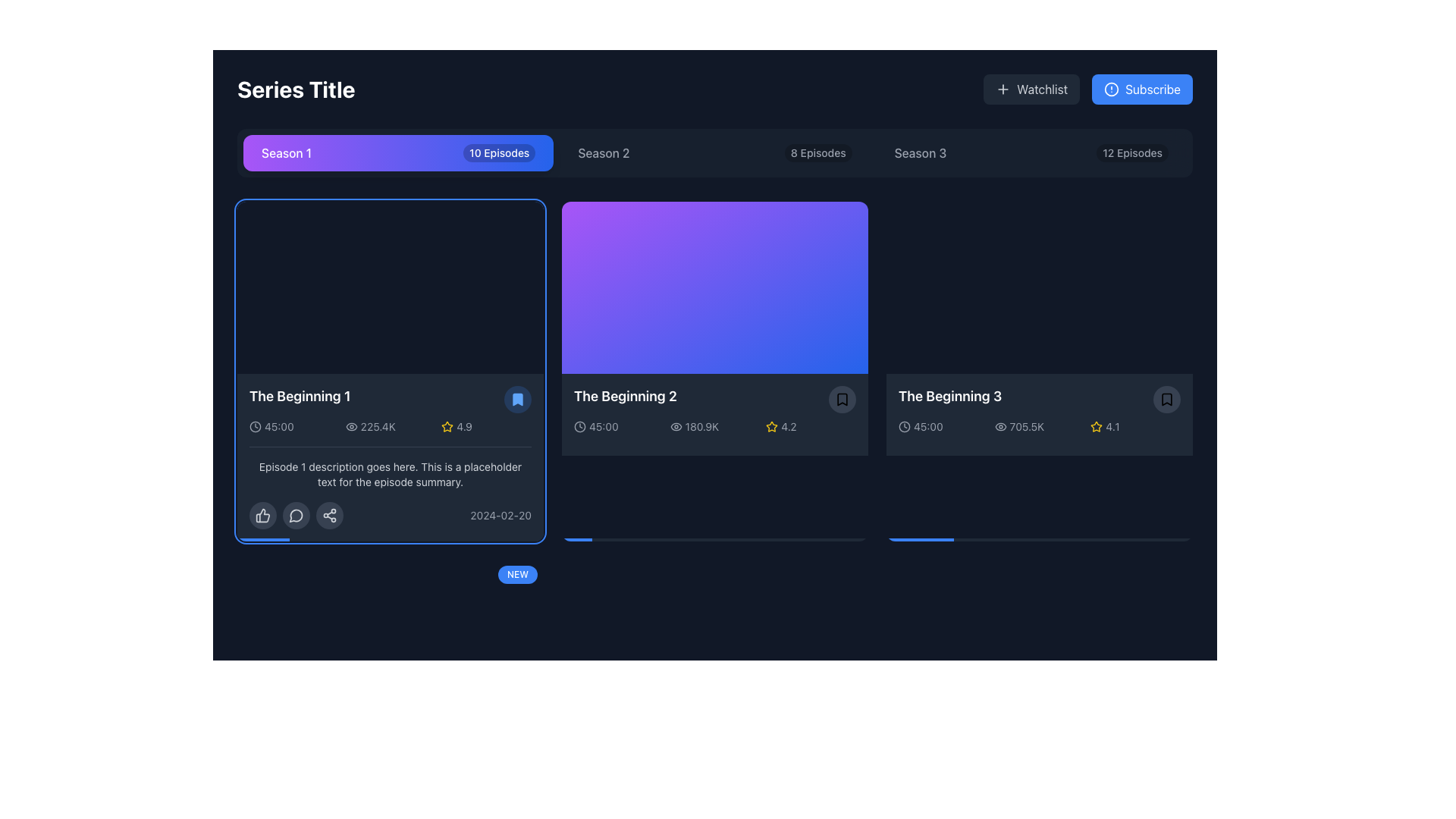  I want to click on the text label displaying '45:00', styled in light gray, located to the right of a clock icon in the bottom-left corner of 'The Beginning 3' card, so click(927, 427).